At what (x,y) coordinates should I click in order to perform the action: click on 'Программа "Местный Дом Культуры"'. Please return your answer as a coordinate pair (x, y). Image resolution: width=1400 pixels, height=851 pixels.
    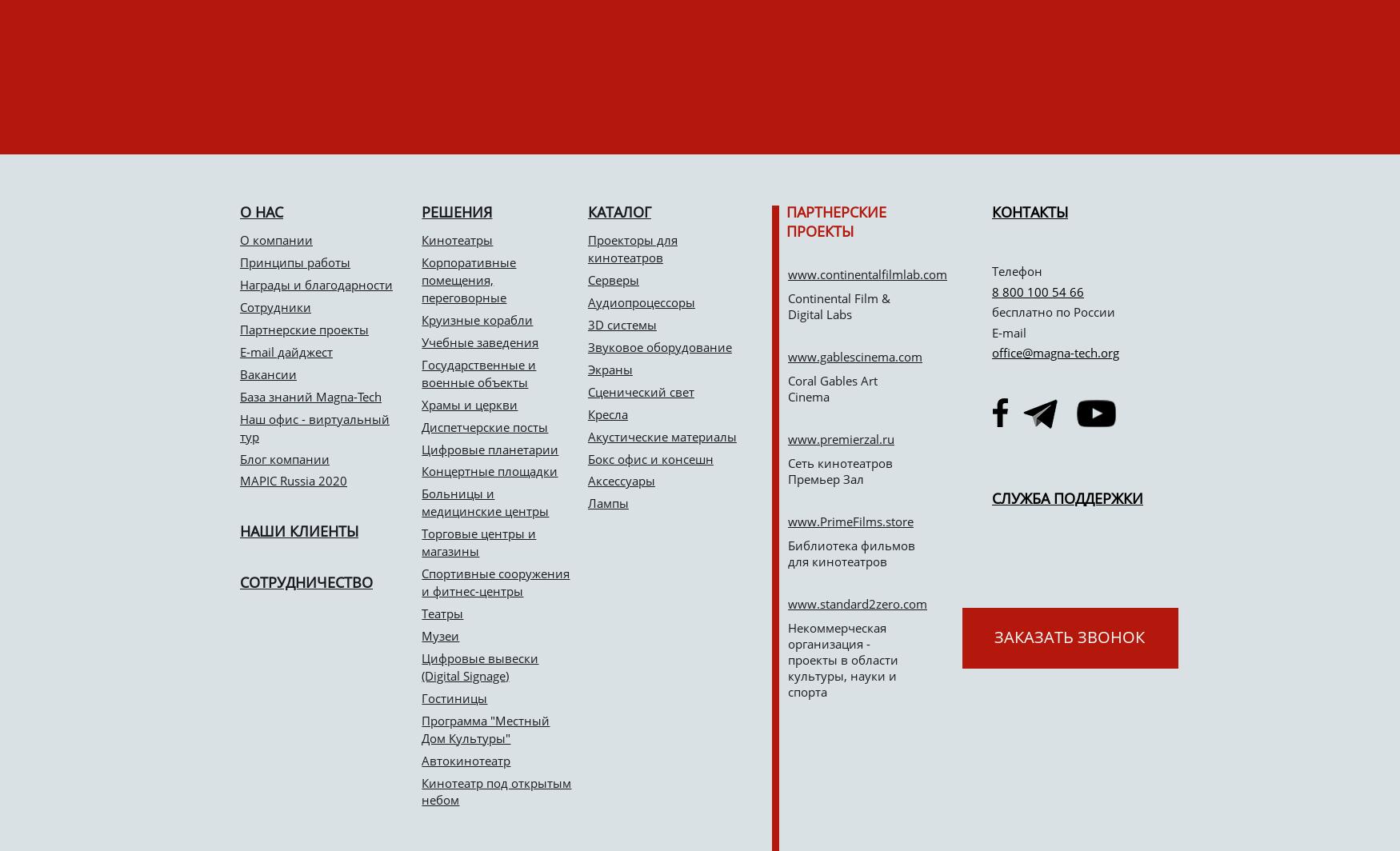
    Looking at the image, I should click on (486, 728).